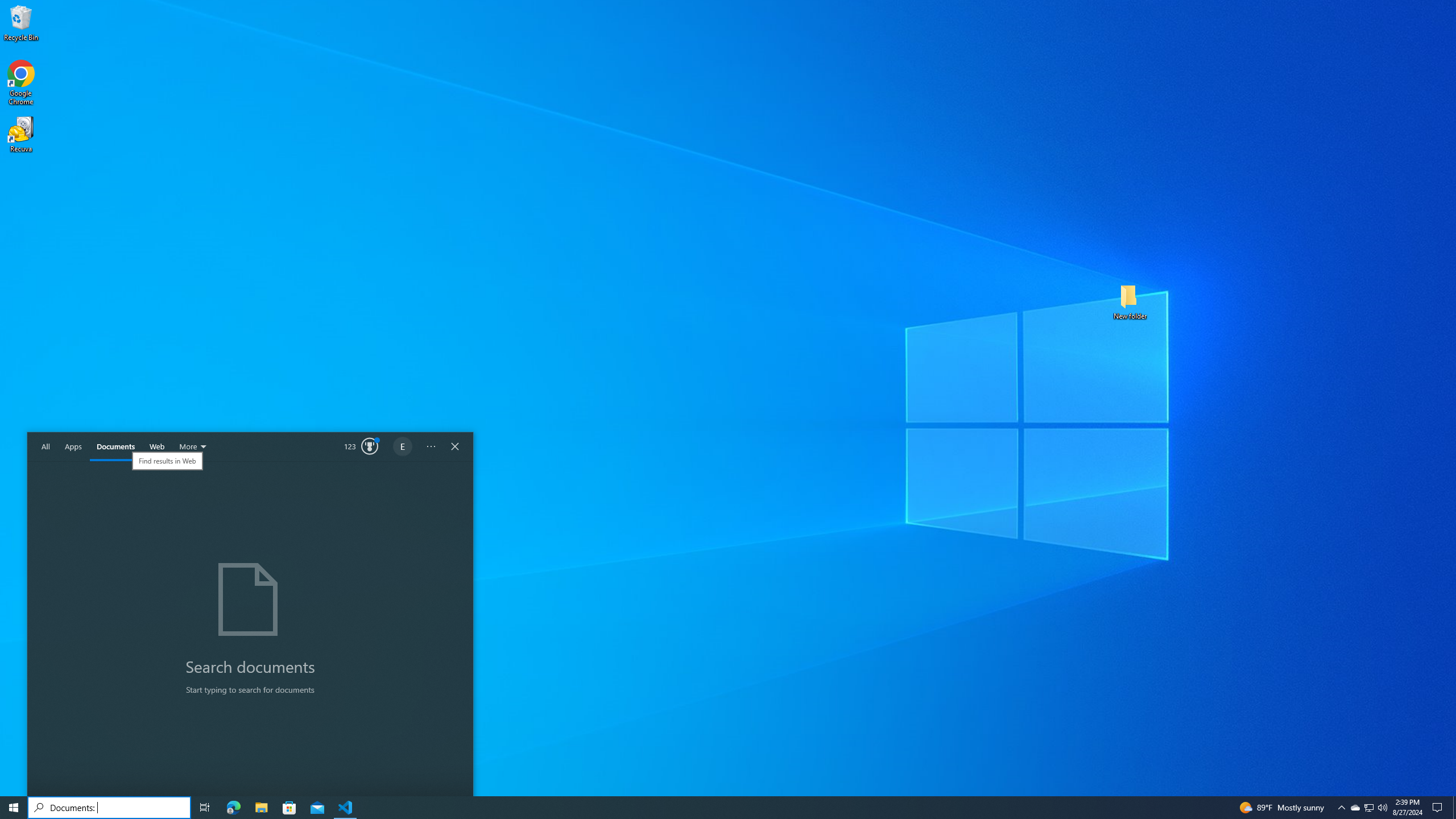 This screenshot has width=1456, height=819. I want to click on 'Apps', so click(73, 446).